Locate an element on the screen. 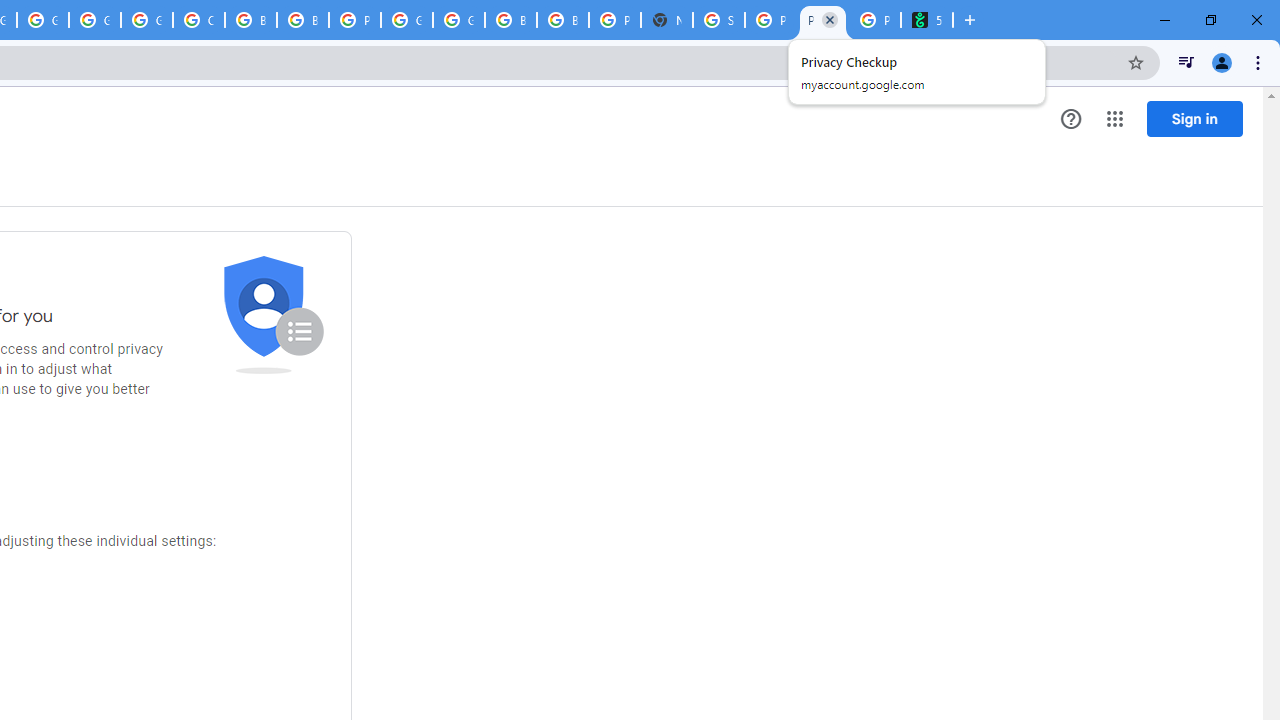  'Privacy Checkup' is located at coordinates (823, 20).